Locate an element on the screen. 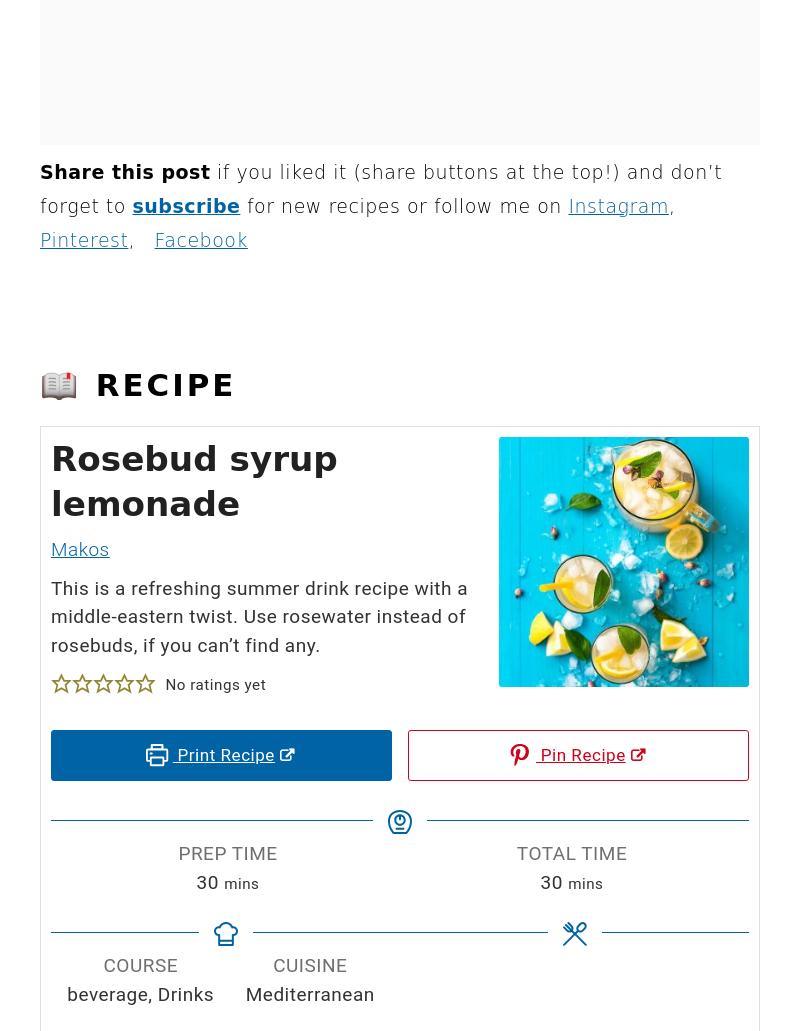  'Rosebud syrup lemonade' is located at coordinates (50, 480).